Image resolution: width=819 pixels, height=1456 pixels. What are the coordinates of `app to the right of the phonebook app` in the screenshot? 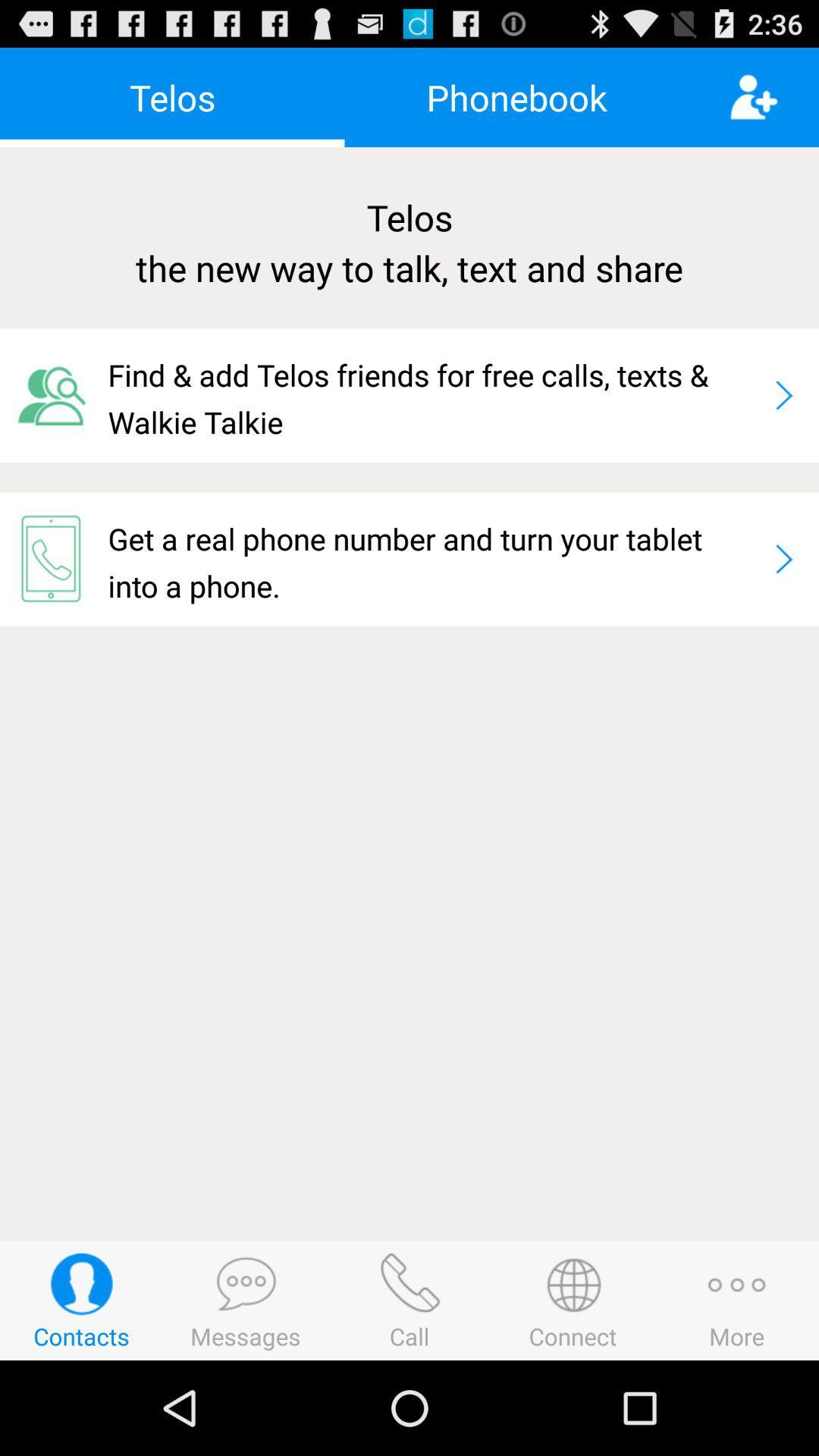 It's located at (773, 96).